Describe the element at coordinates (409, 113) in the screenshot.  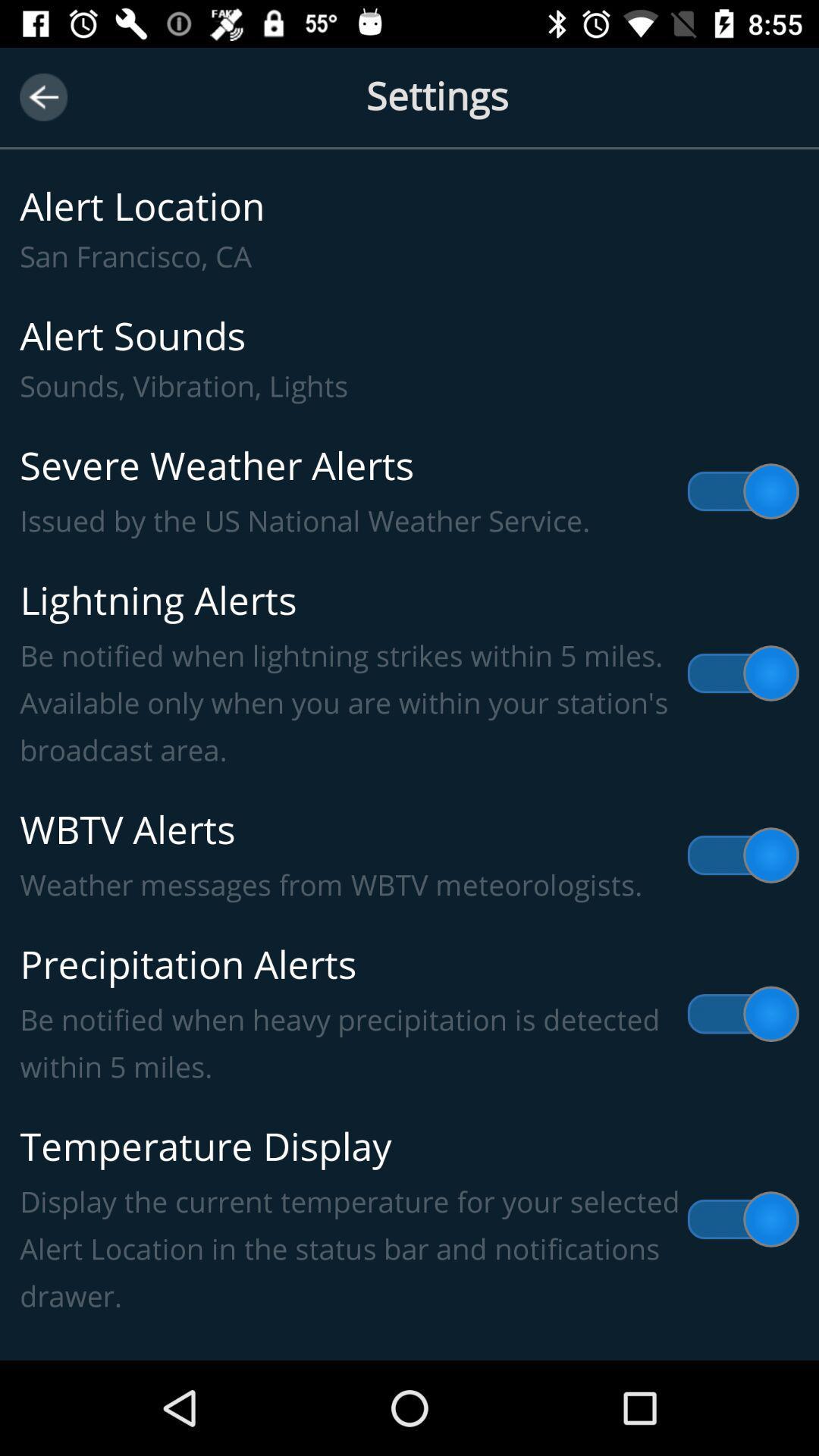
I see `settings` at that location.